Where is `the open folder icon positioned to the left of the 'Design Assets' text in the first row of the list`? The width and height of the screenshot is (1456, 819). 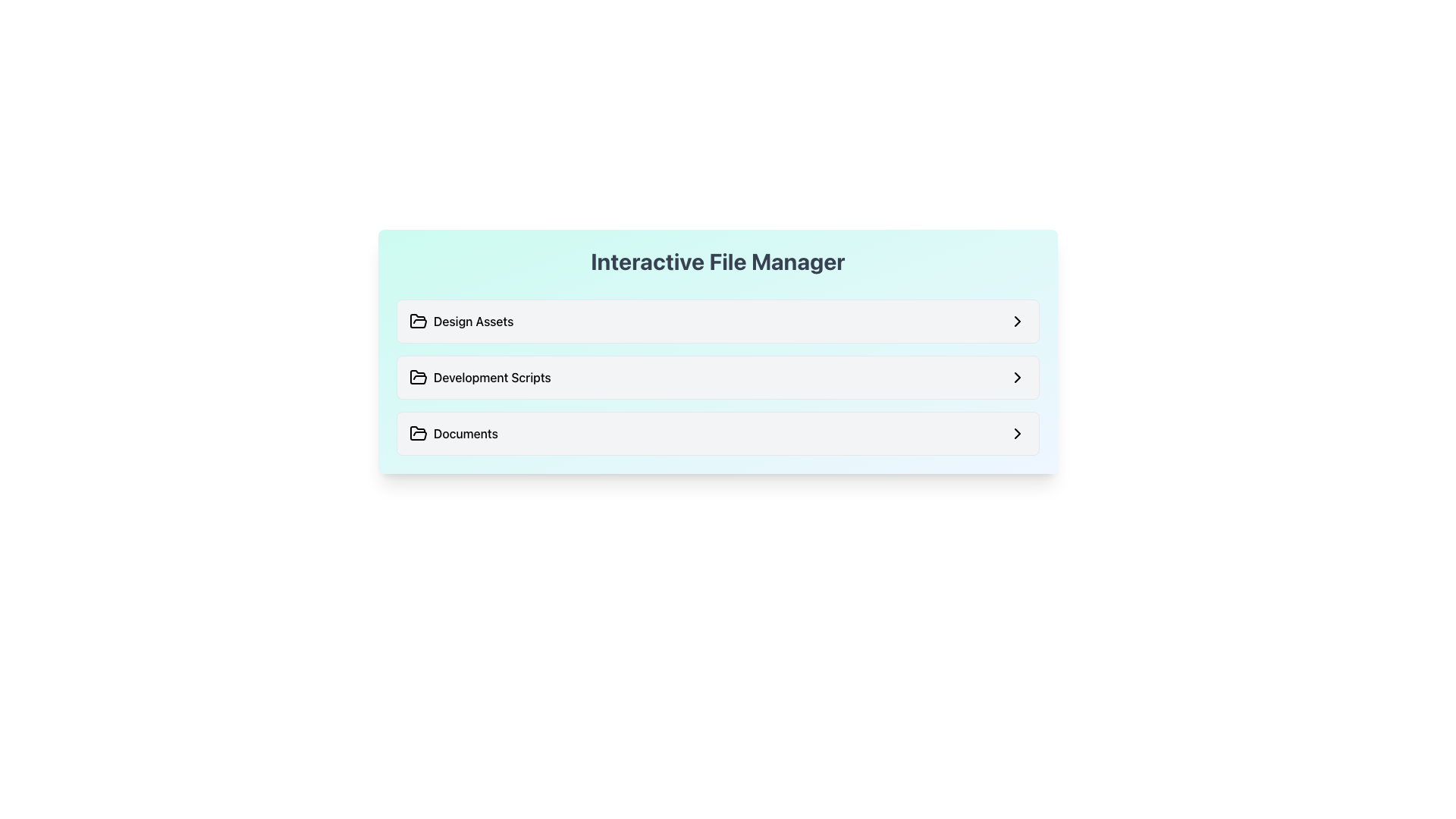
the open folder icon positioned to the left of the 'Design Assets' text in the first row of the list is located at coordinates (419, 321).